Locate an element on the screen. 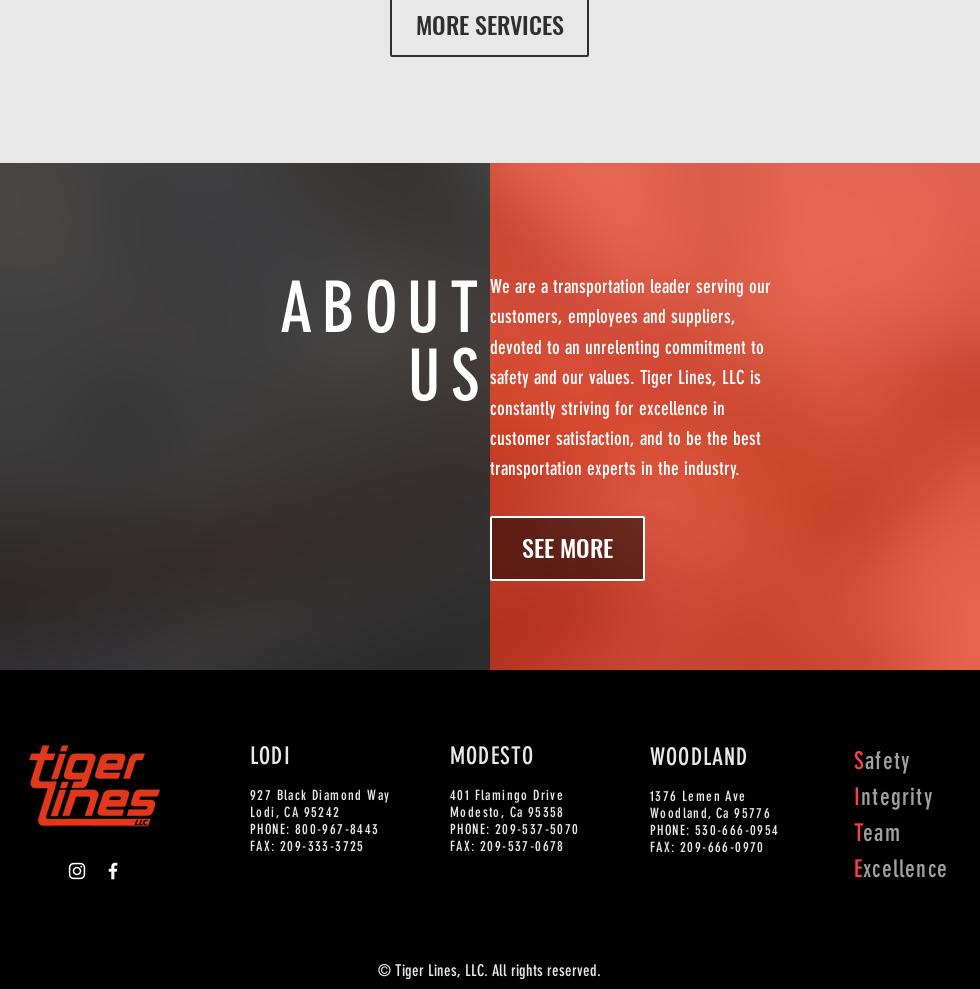 Image resolution: width=980 pixels, height=989 pixels. 'We are a transportation leader serving our customers, employees and suppliers, devoted to an unrelenting commitment to safety and our values. Tiger Lines, LLC is constantly striving for excellence in customer satisfaction, and to be the best transportation experts in the industry.' is located at coordinates (630, 376).